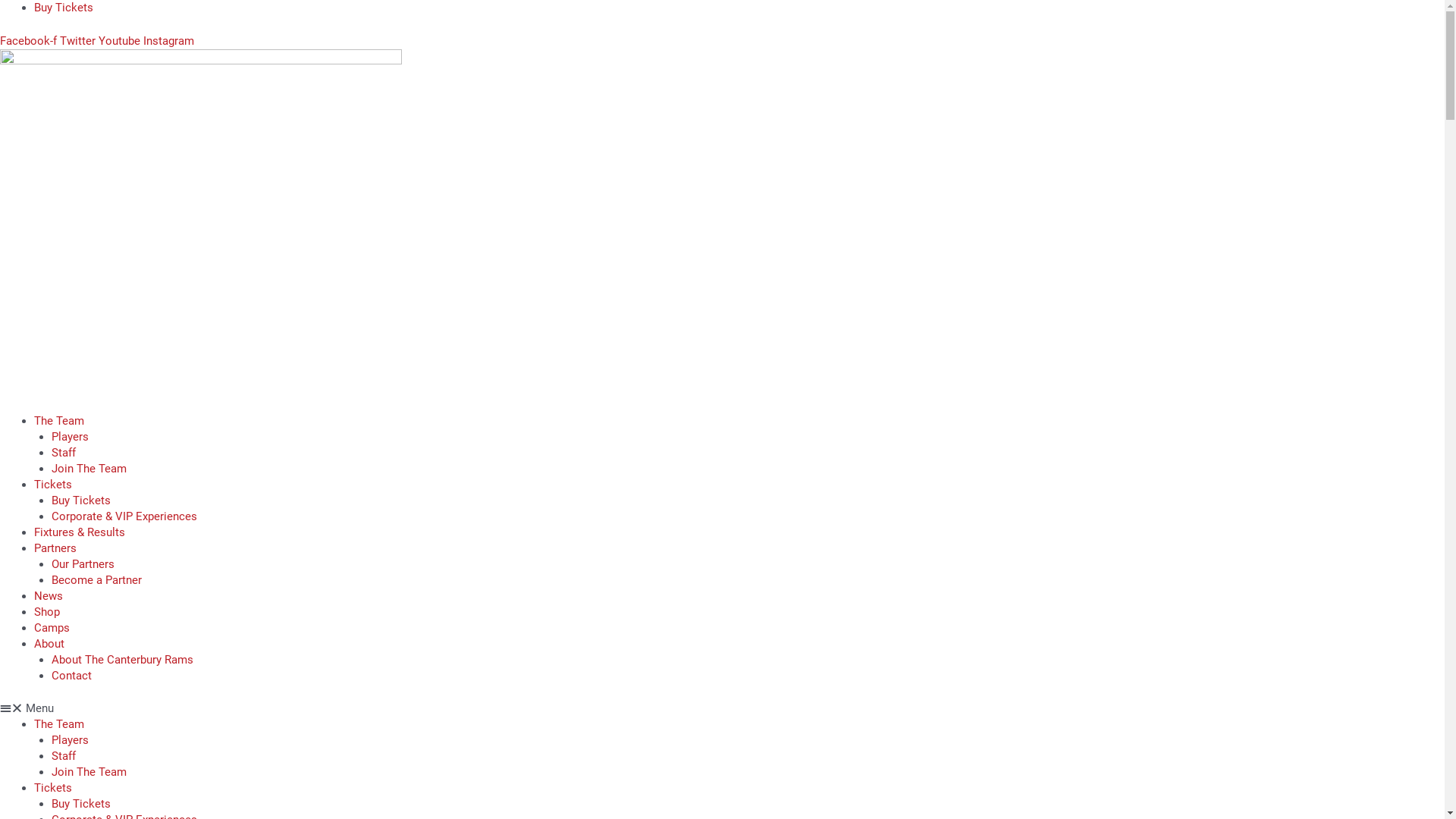  I want to click on 'Youtube', so click(120, 39).